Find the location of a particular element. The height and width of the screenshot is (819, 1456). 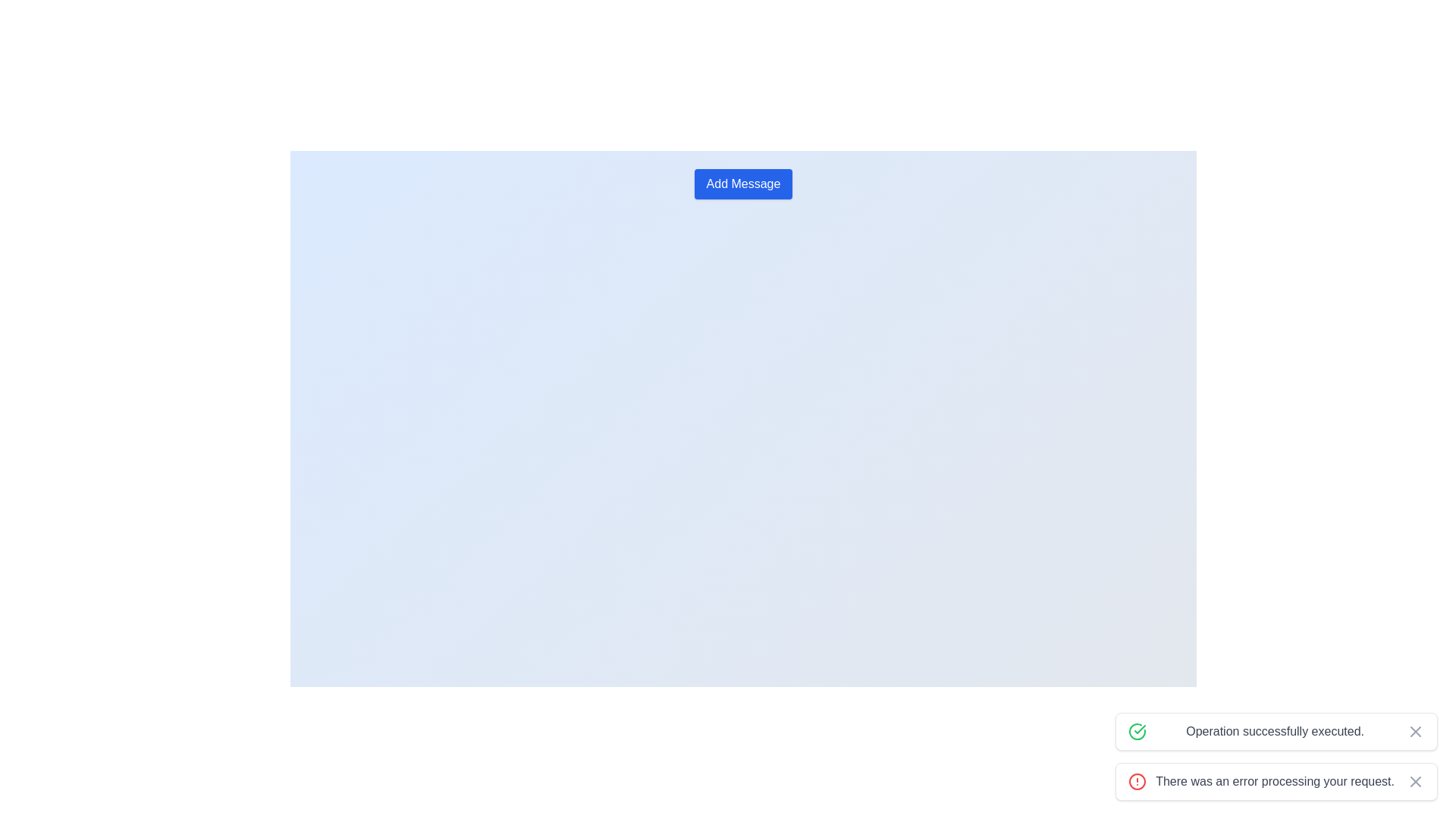

the success indicator icon located within the bottom-right notification card that confirms the operation was completed successfully is located at coordinates (1137, 730).